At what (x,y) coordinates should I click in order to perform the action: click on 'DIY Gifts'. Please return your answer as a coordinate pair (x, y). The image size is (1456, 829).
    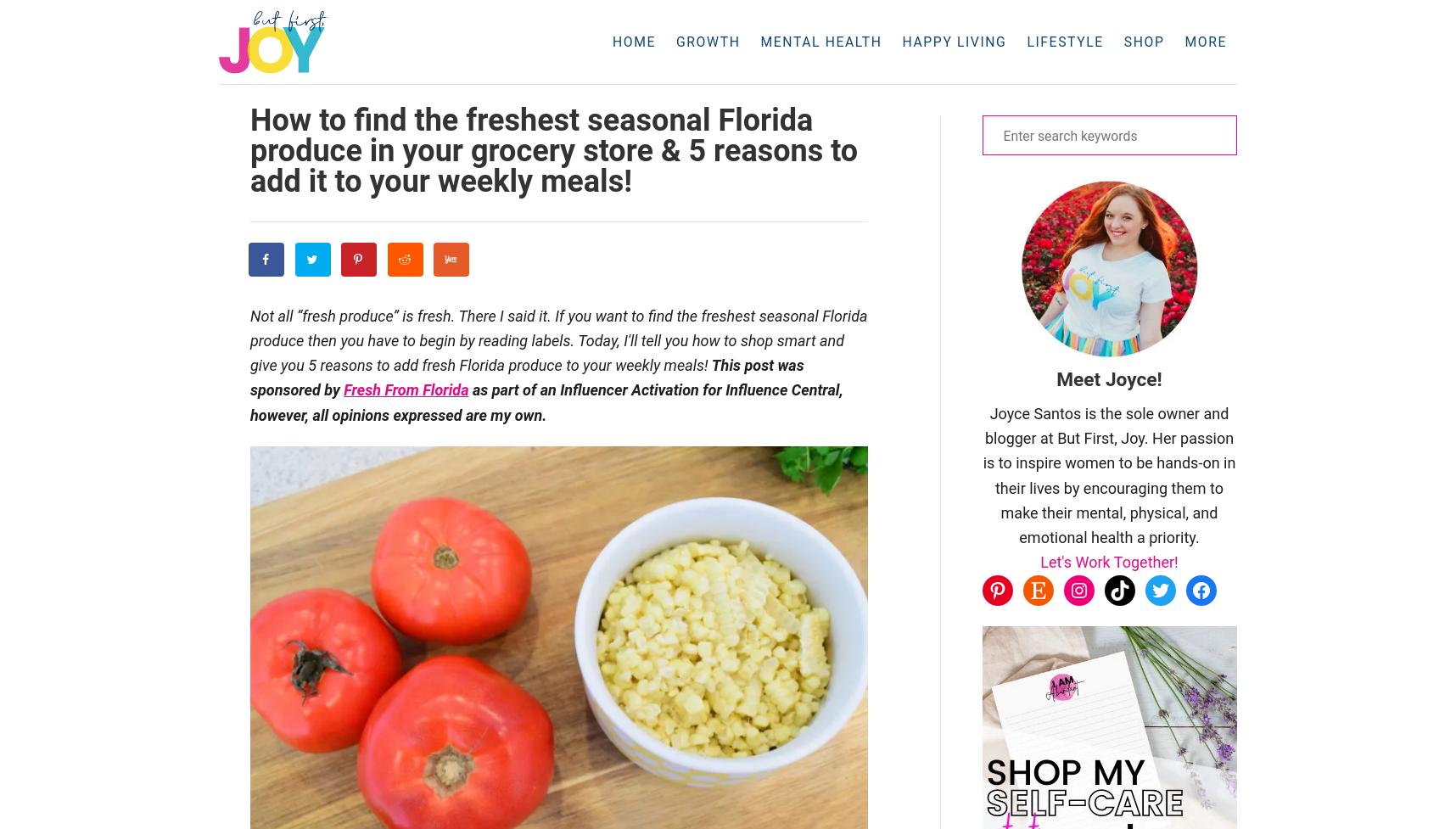
    Looking at the image, I should click on (982, 128).